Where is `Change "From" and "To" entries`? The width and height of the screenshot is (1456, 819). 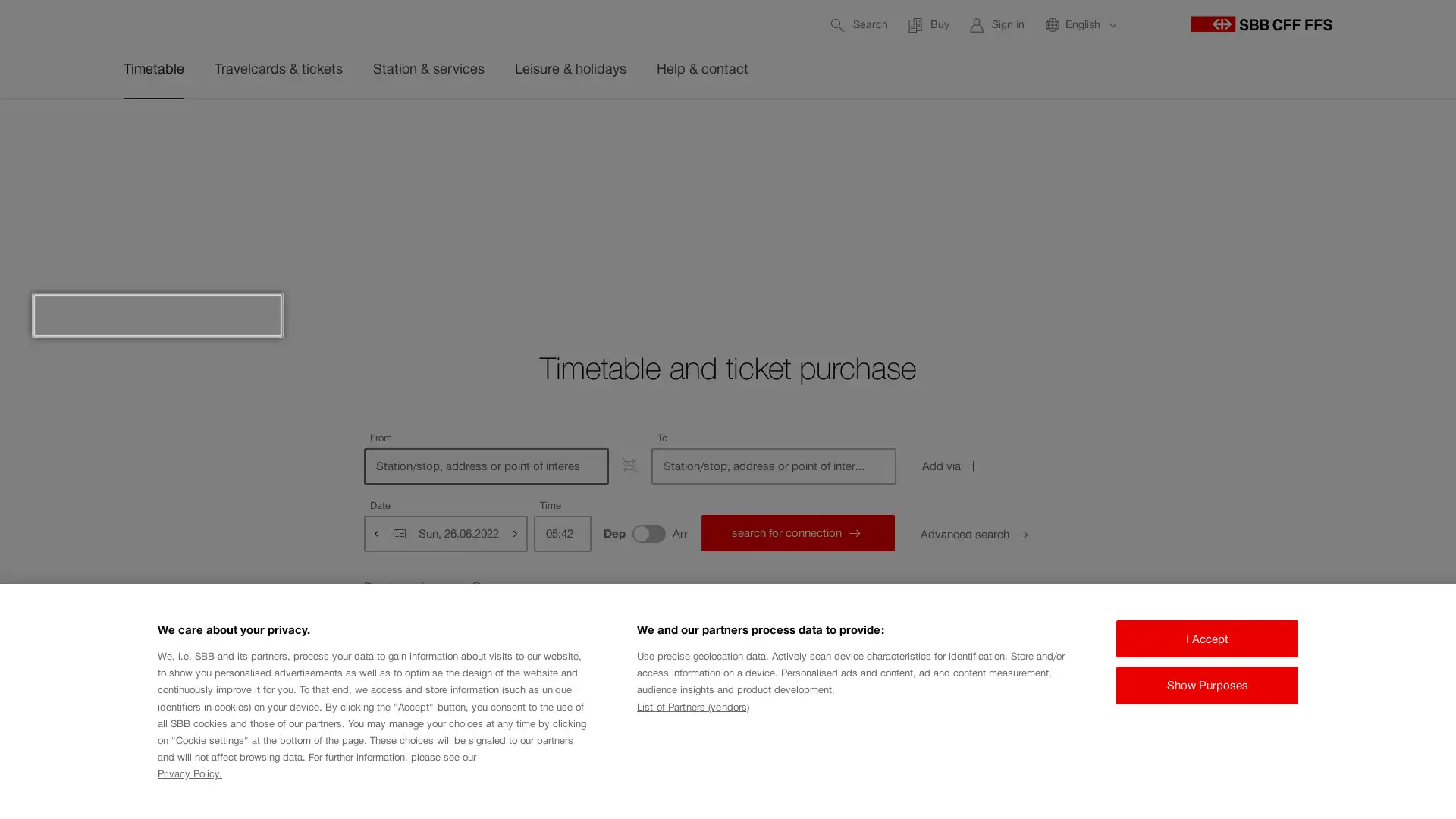 Change "From" and "To" entries is located at coordinates (629, 464).